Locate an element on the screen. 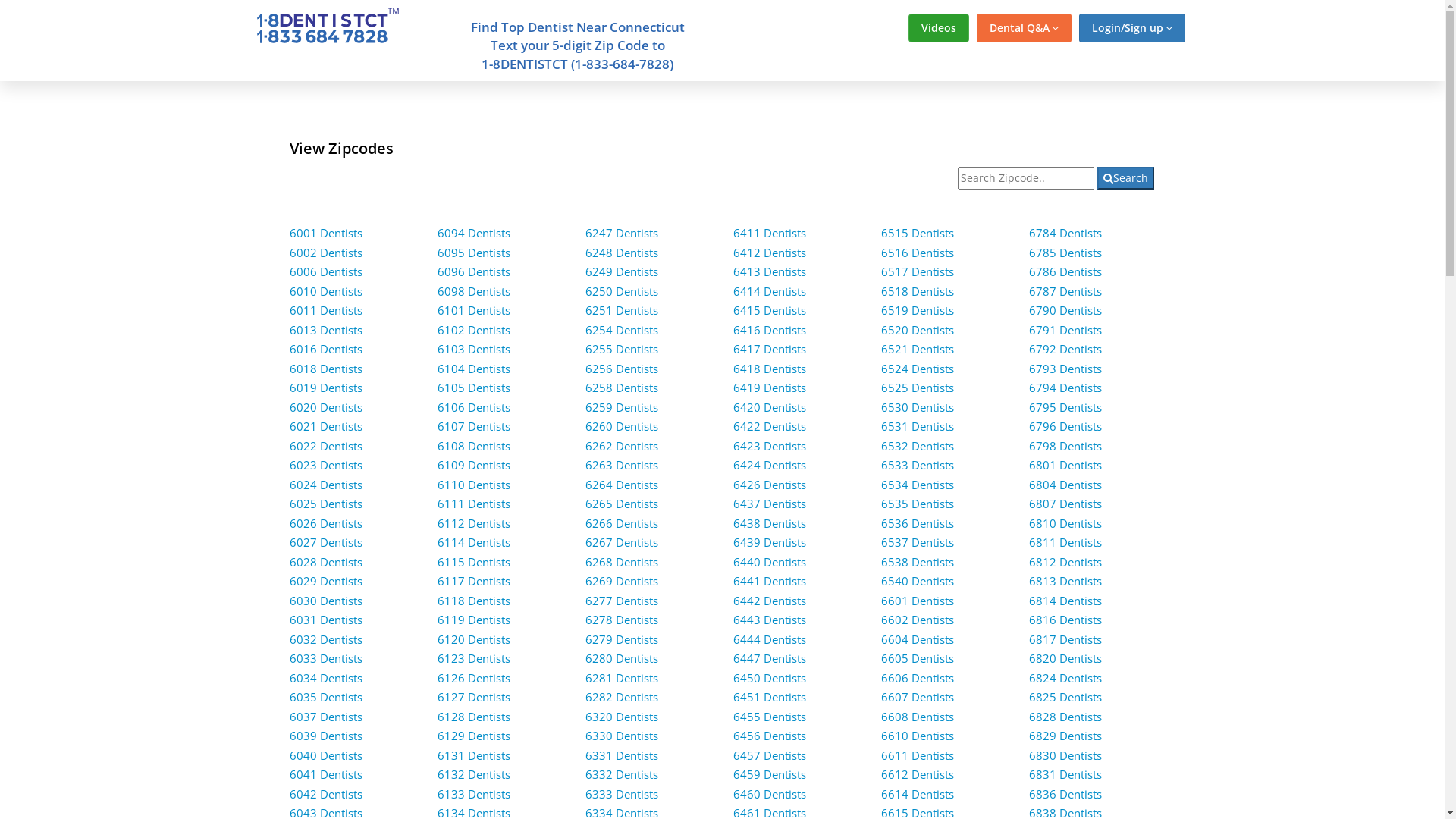 This screenshot has width=1456, height=819. '6010 Dentists' is located at coordinates (325, 291).